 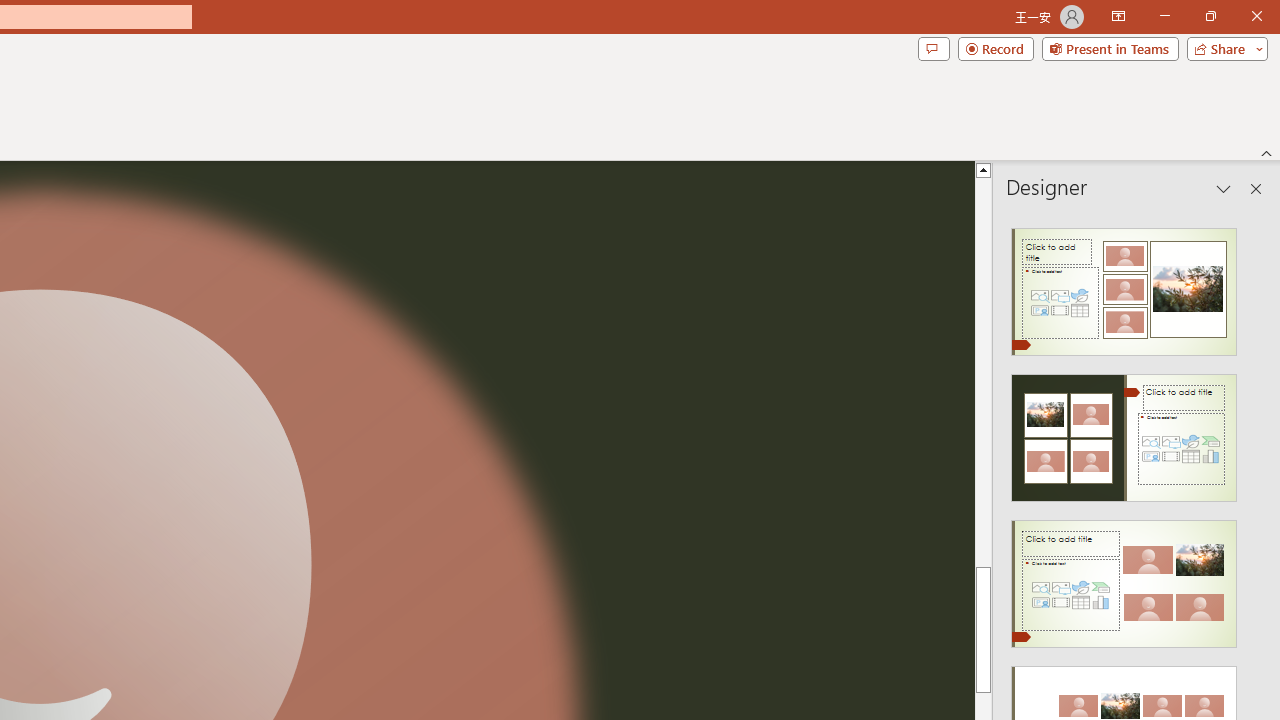 I want to click on 'Present in Teams', so click(x=1109, y=47).